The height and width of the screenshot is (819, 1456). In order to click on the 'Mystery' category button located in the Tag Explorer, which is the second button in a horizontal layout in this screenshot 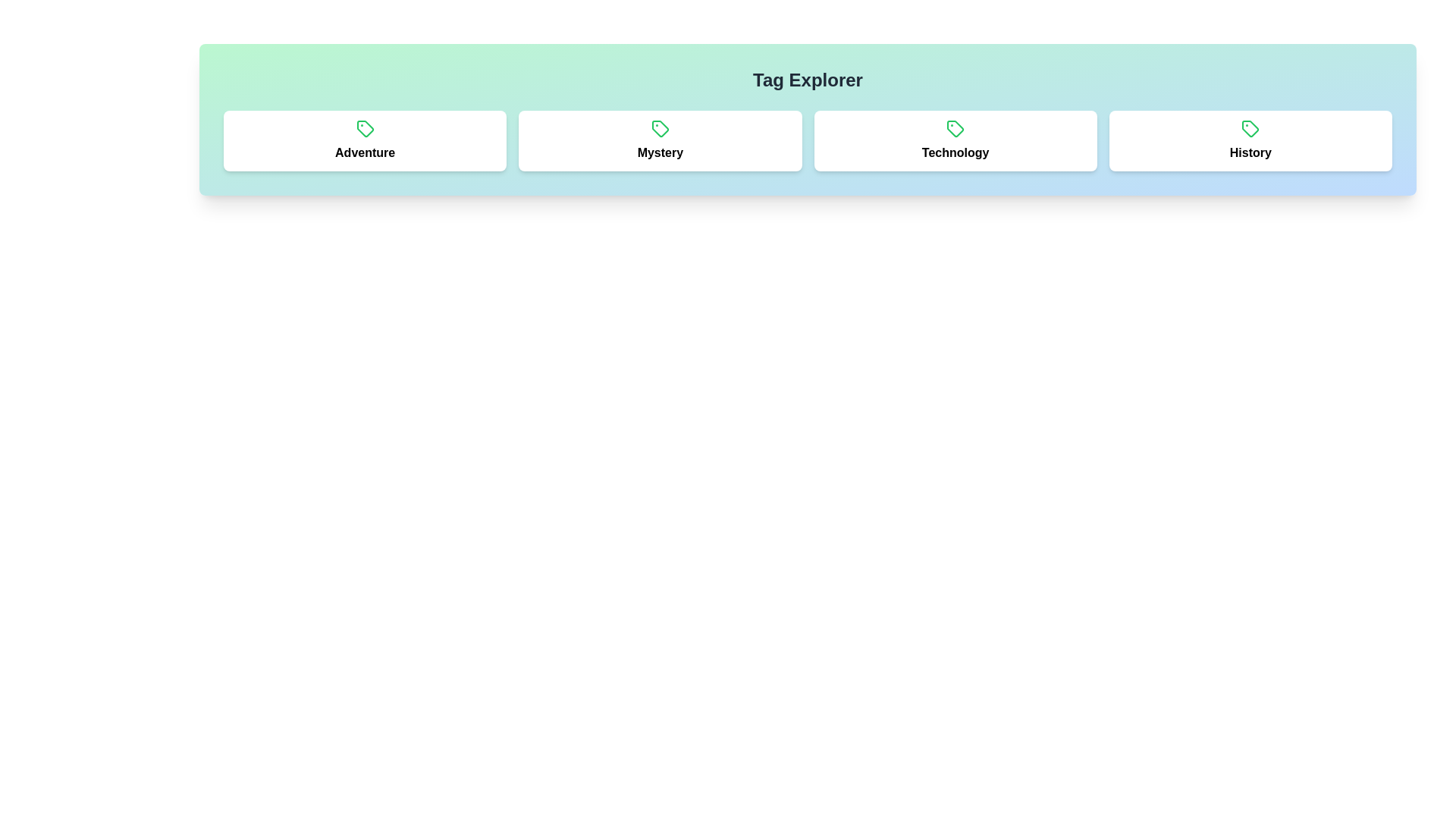, I will do `click(660, 140)`.